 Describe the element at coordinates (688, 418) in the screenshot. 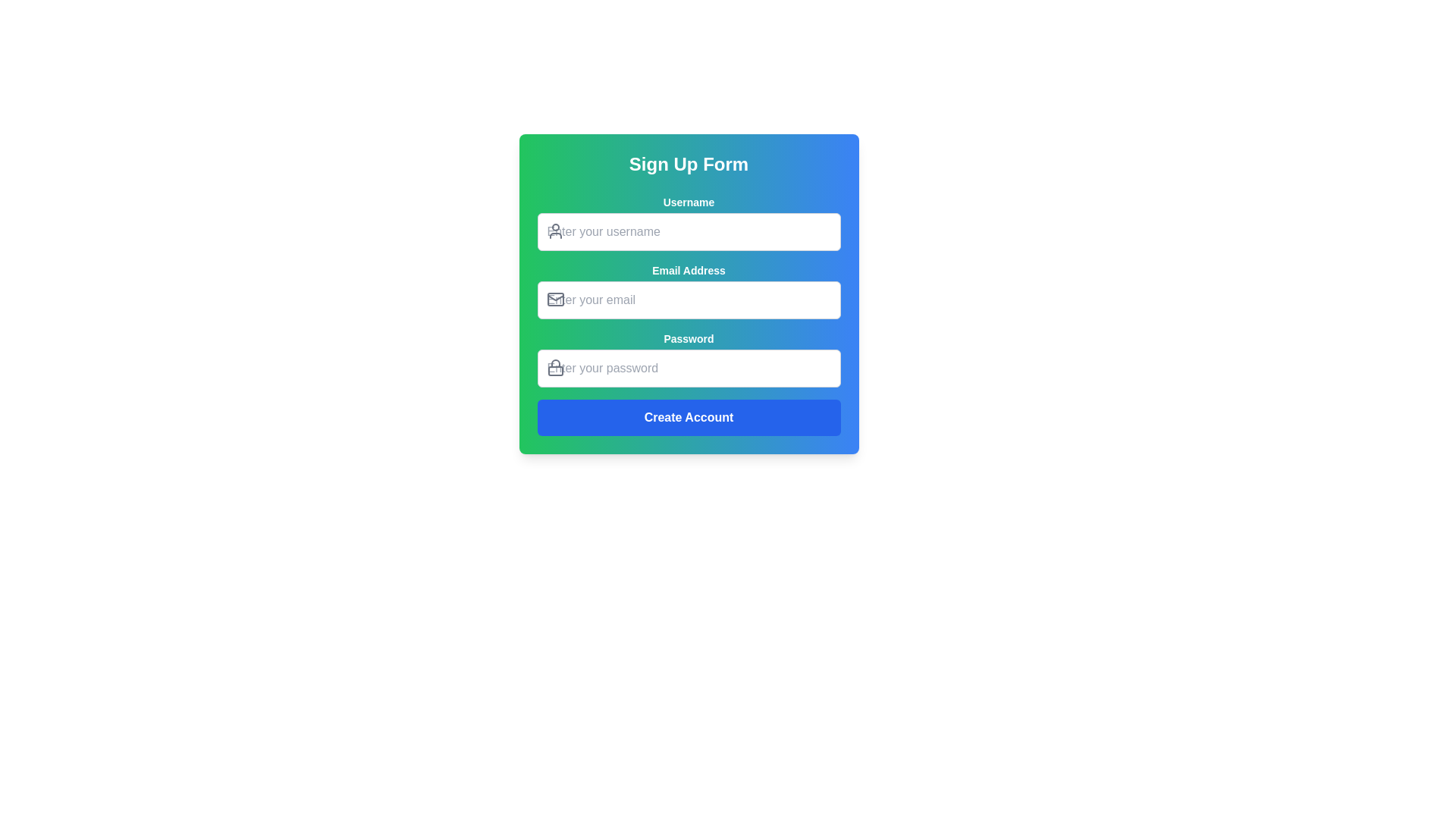

I see `the 'Create Account' button, which has a blue background and white text, located at the bottom of the form panel` at that location.